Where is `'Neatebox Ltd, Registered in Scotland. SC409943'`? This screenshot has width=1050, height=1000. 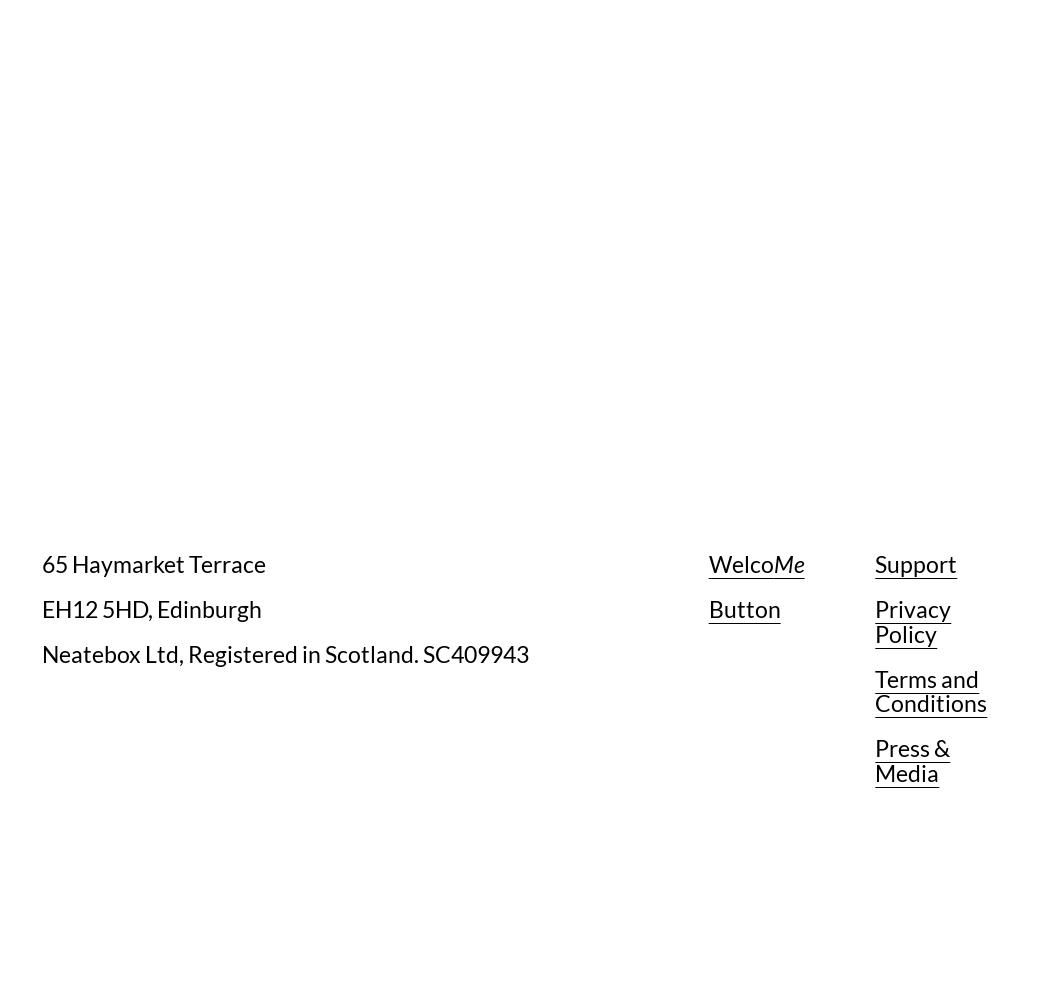
'Neatebox Ltd, Registered in Scotland. SC409943' is located at coordinates (284, 653).